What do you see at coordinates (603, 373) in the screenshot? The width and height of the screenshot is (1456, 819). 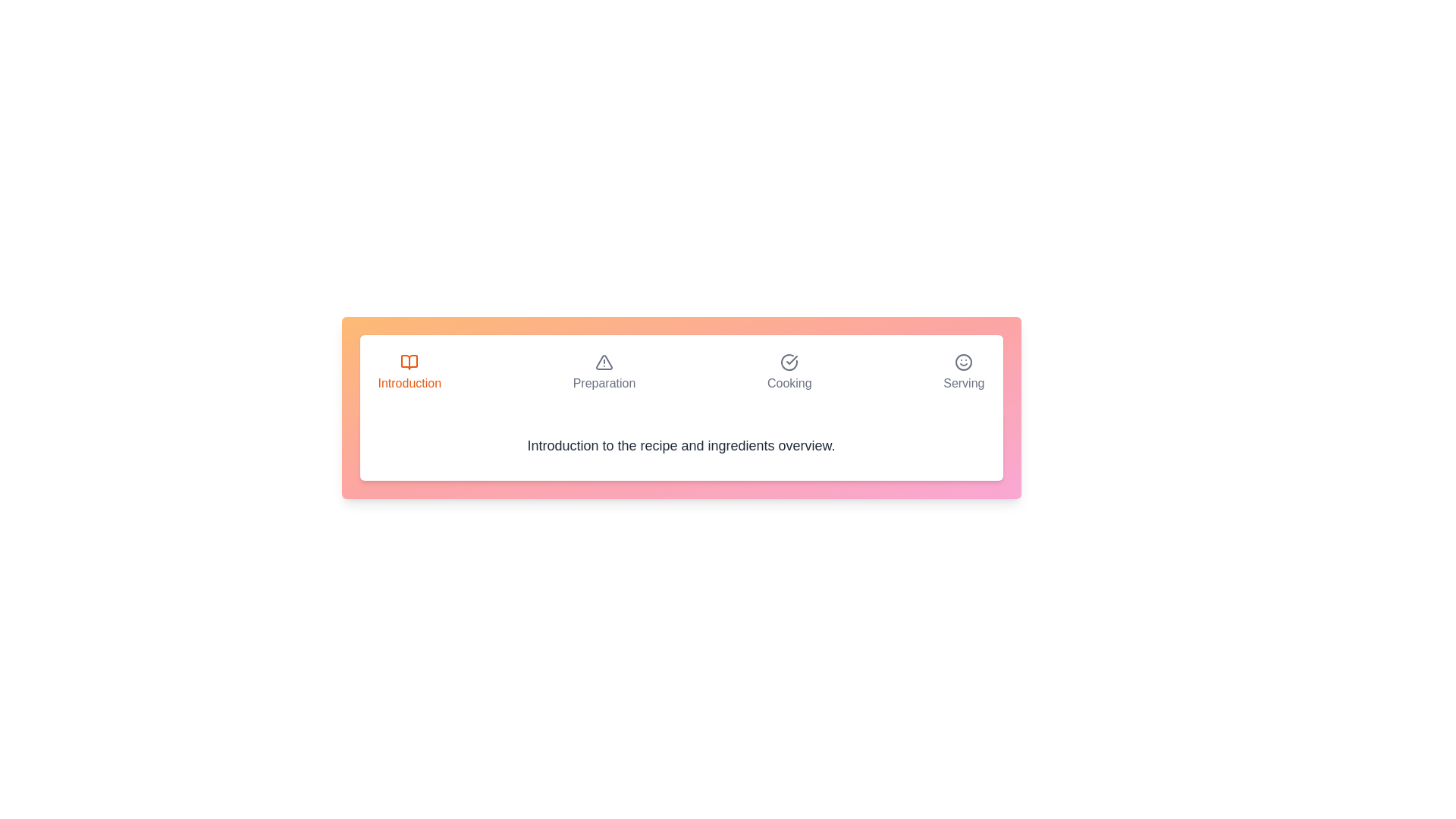 I see `the tab labeled Preparation` at bounding box center [603, 373].